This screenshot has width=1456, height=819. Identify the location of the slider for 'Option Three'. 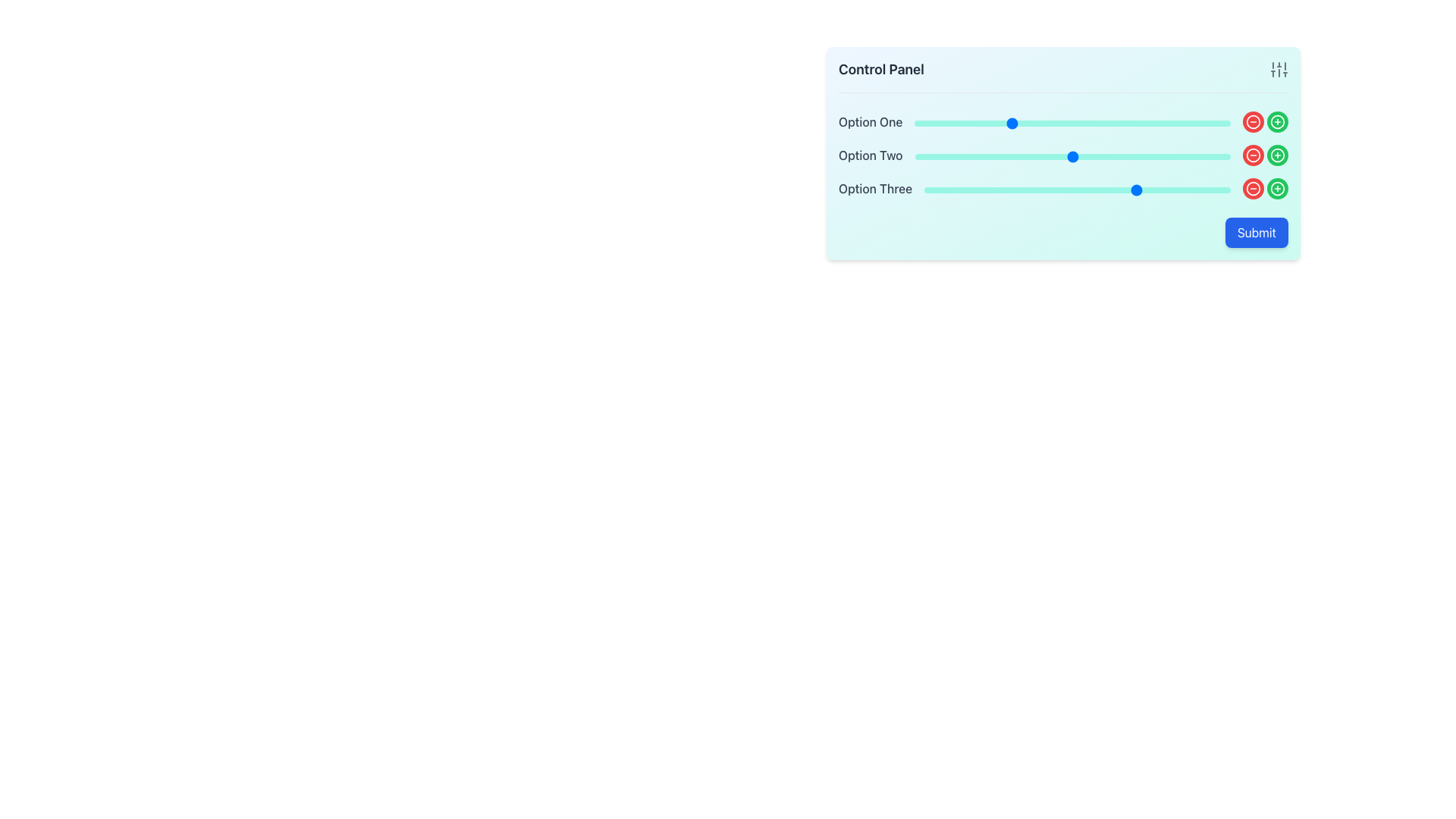
(1052, 189).